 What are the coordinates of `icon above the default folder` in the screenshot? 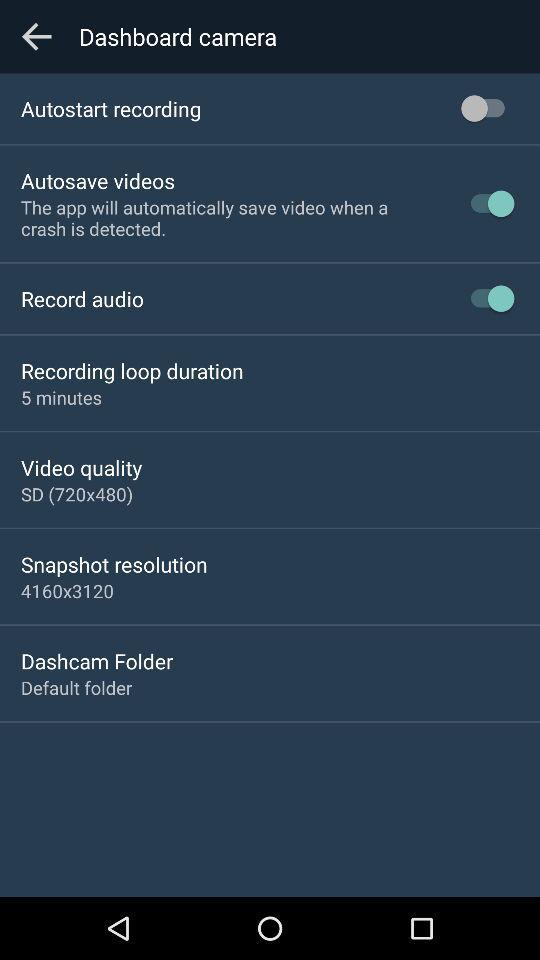 It's located at (96, 661).